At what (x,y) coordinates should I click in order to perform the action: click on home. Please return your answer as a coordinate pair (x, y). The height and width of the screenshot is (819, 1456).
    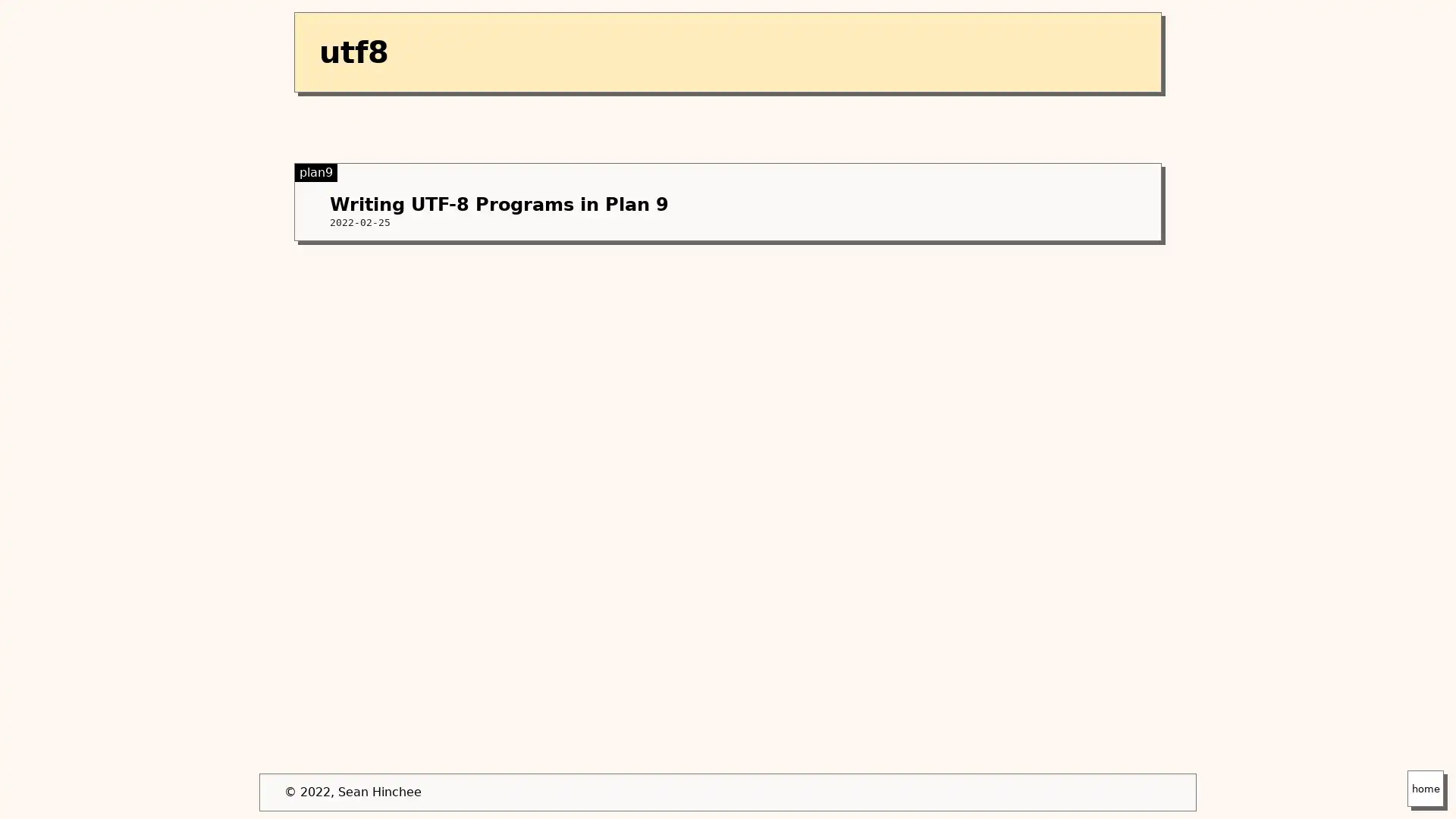
    Looking at the image, I should click on (1425, 788).